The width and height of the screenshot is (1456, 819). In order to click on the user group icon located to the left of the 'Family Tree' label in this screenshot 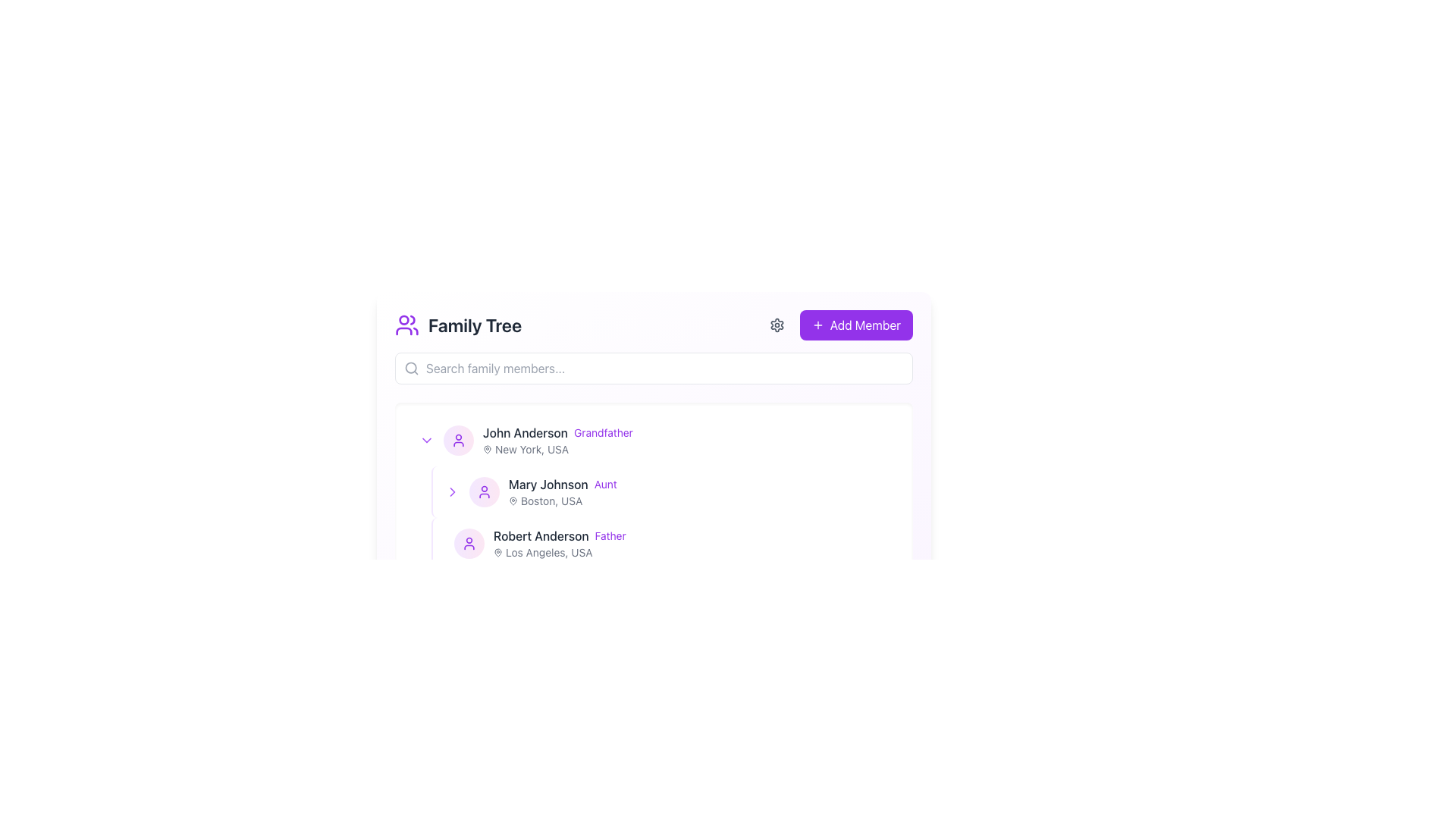, I will do `click(407, 324)`.